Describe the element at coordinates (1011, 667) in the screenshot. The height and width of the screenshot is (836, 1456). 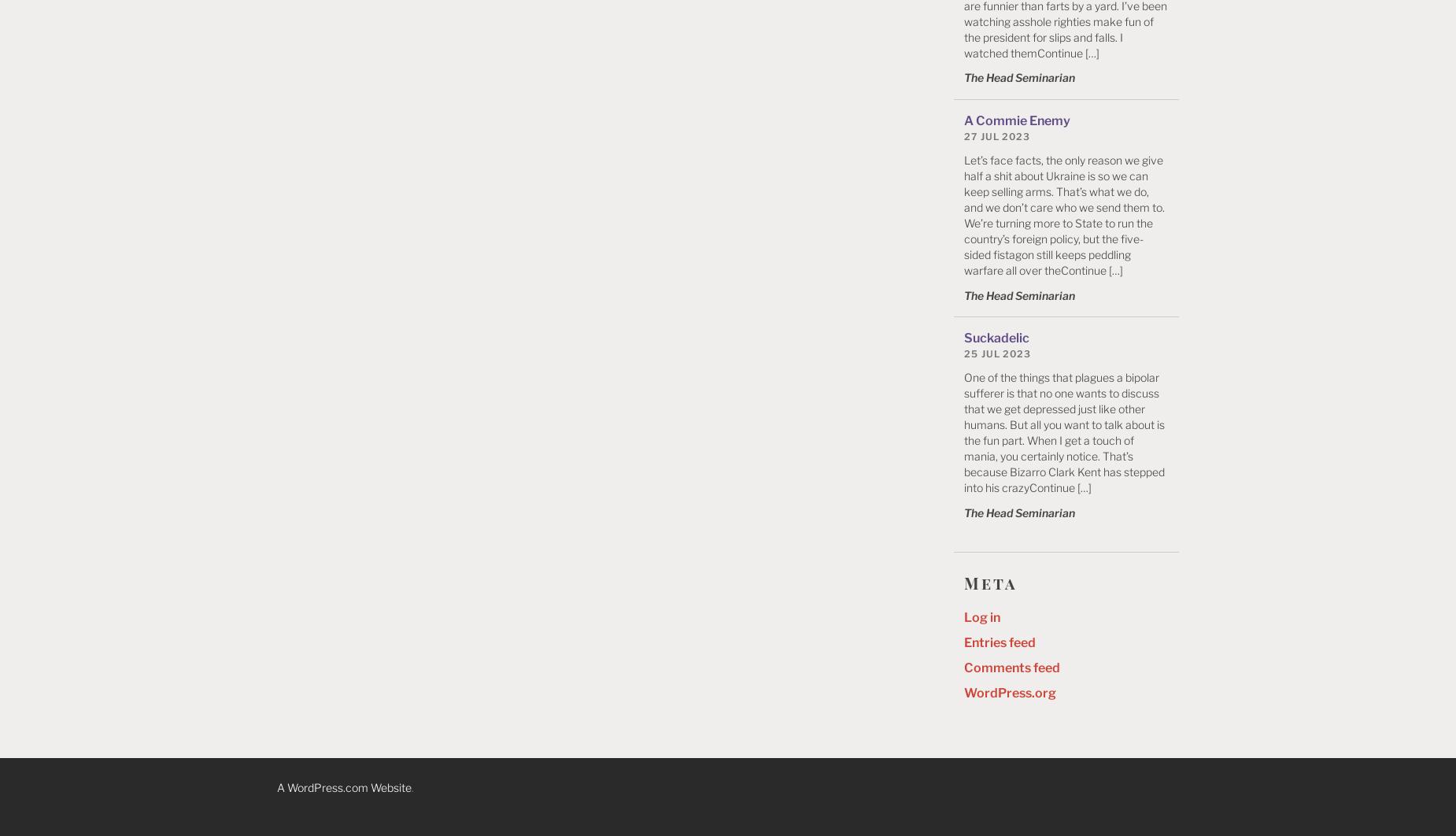
I see `'Comments feed'` at that location.